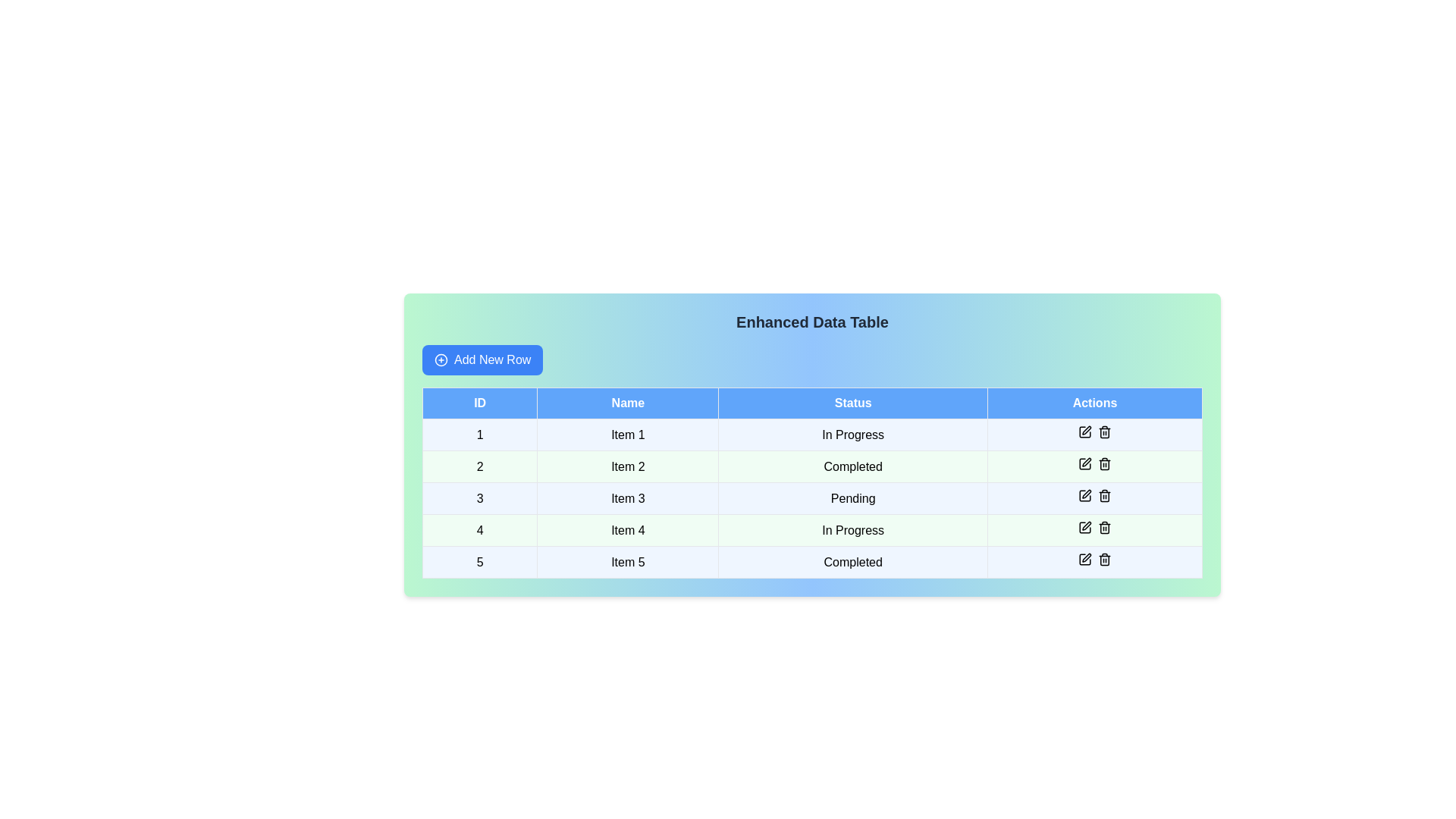 This screenshot has width=1456, height=819. Describe the element at coordinates (1086, 461) in the screenshot. I see `the Edit icon, which is represented by a pen or pencil stroke located in the 'Actions' column for 'Item 2'` at that location.